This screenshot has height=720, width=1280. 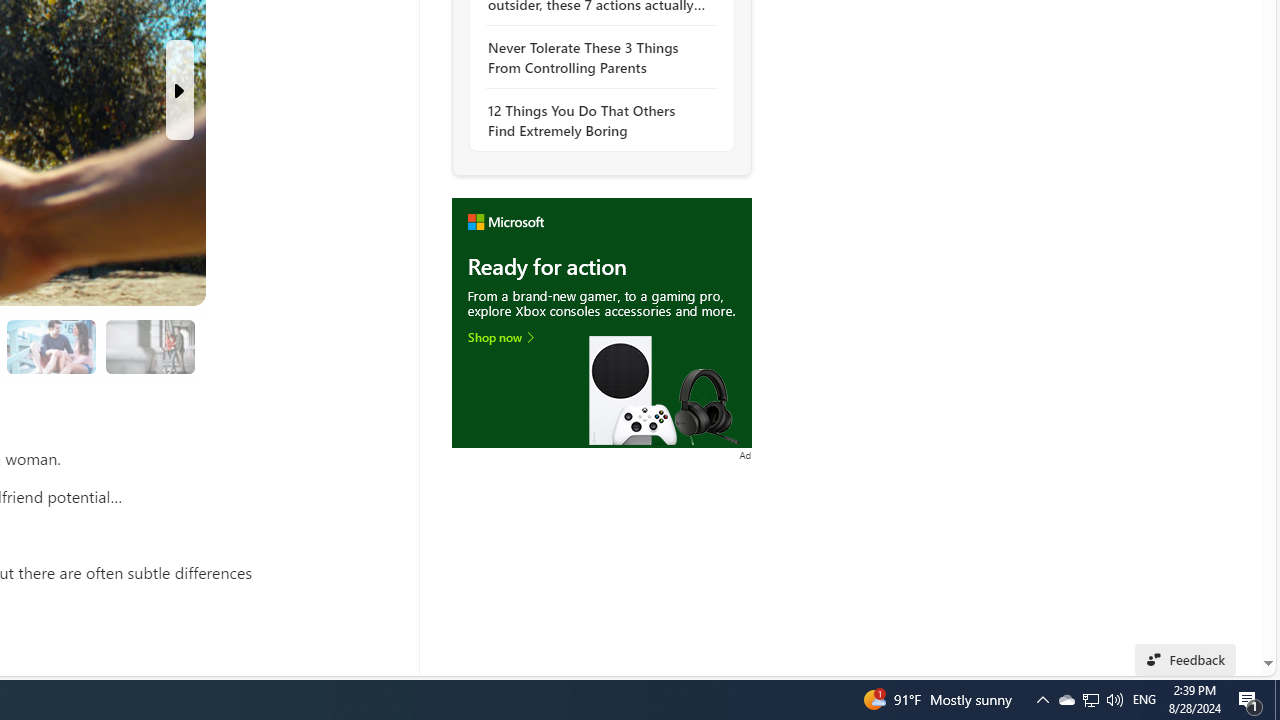 What do you see at coordinates (595, 56) in the screenshot?
I see `'Never Tolerate These 3 Things From Controlling Parents'` at bounding box center [595, 56].